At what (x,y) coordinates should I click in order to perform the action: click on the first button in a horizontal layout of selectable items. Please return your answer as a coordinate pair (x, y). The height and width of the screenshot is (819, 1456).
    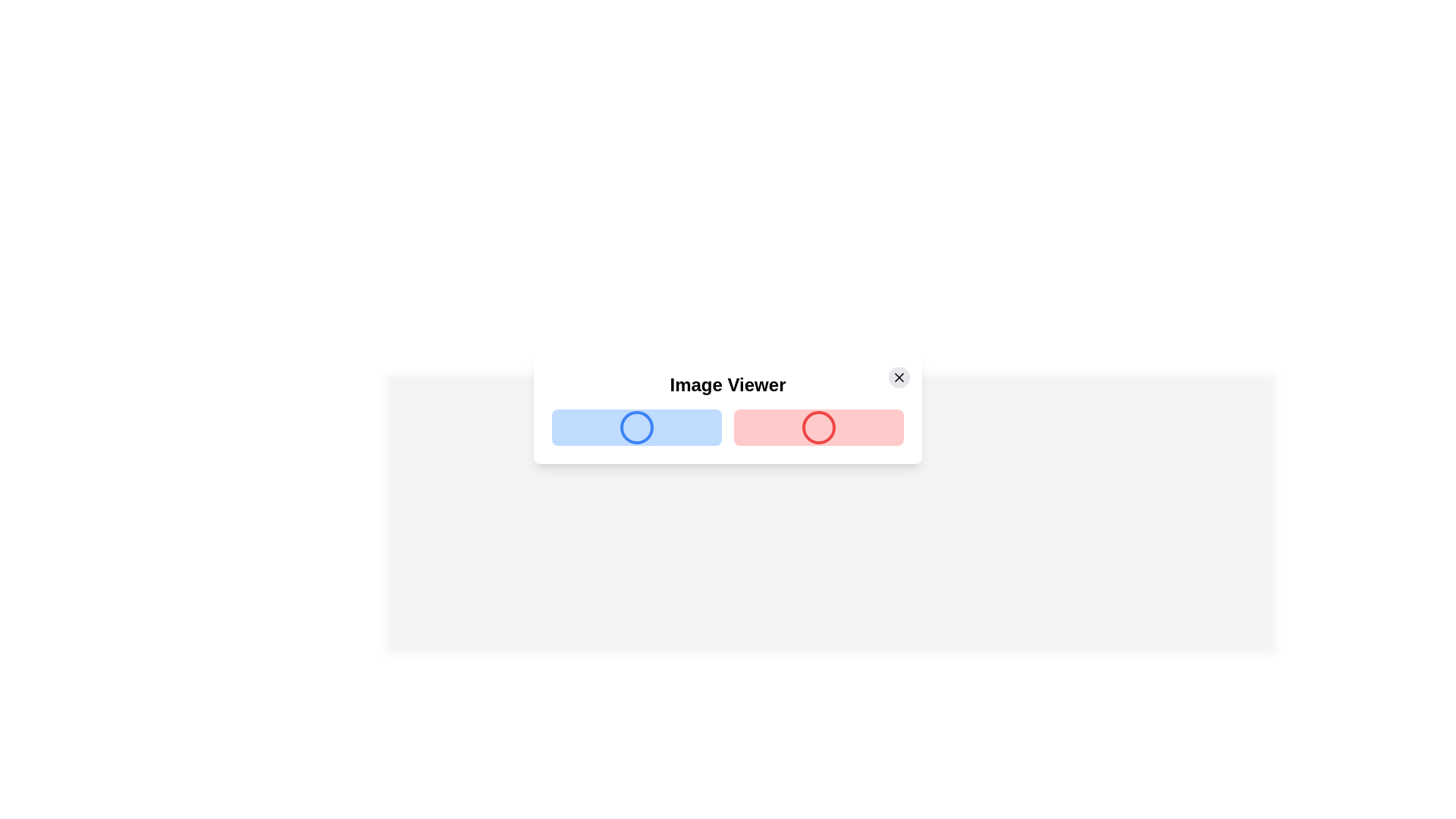
    Looking at the image, I should click on (637, 427).